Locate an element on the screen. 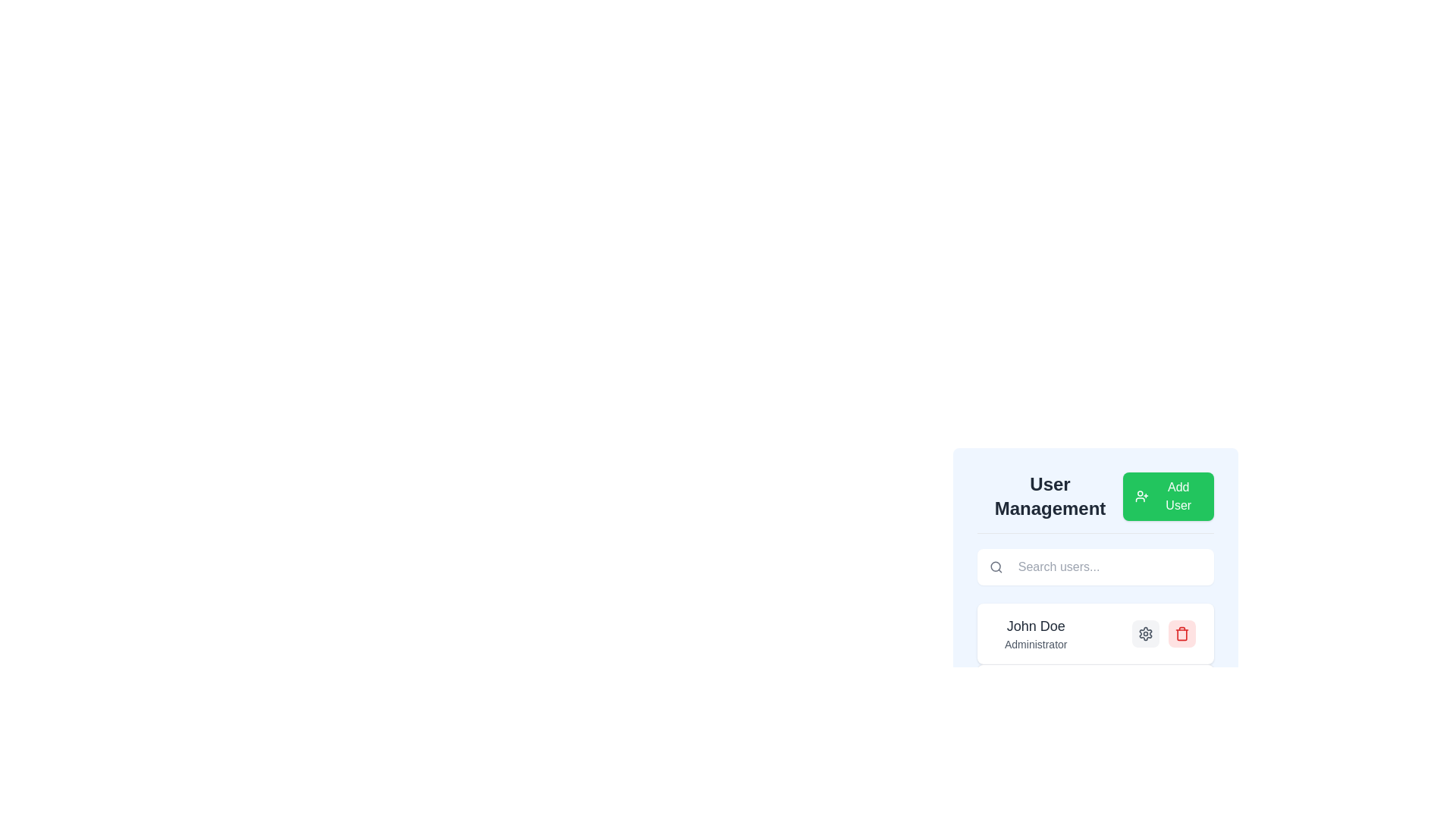  the button that adds a new user, located to the right of the 'User Management' header is located at coordinates (1167, 497).